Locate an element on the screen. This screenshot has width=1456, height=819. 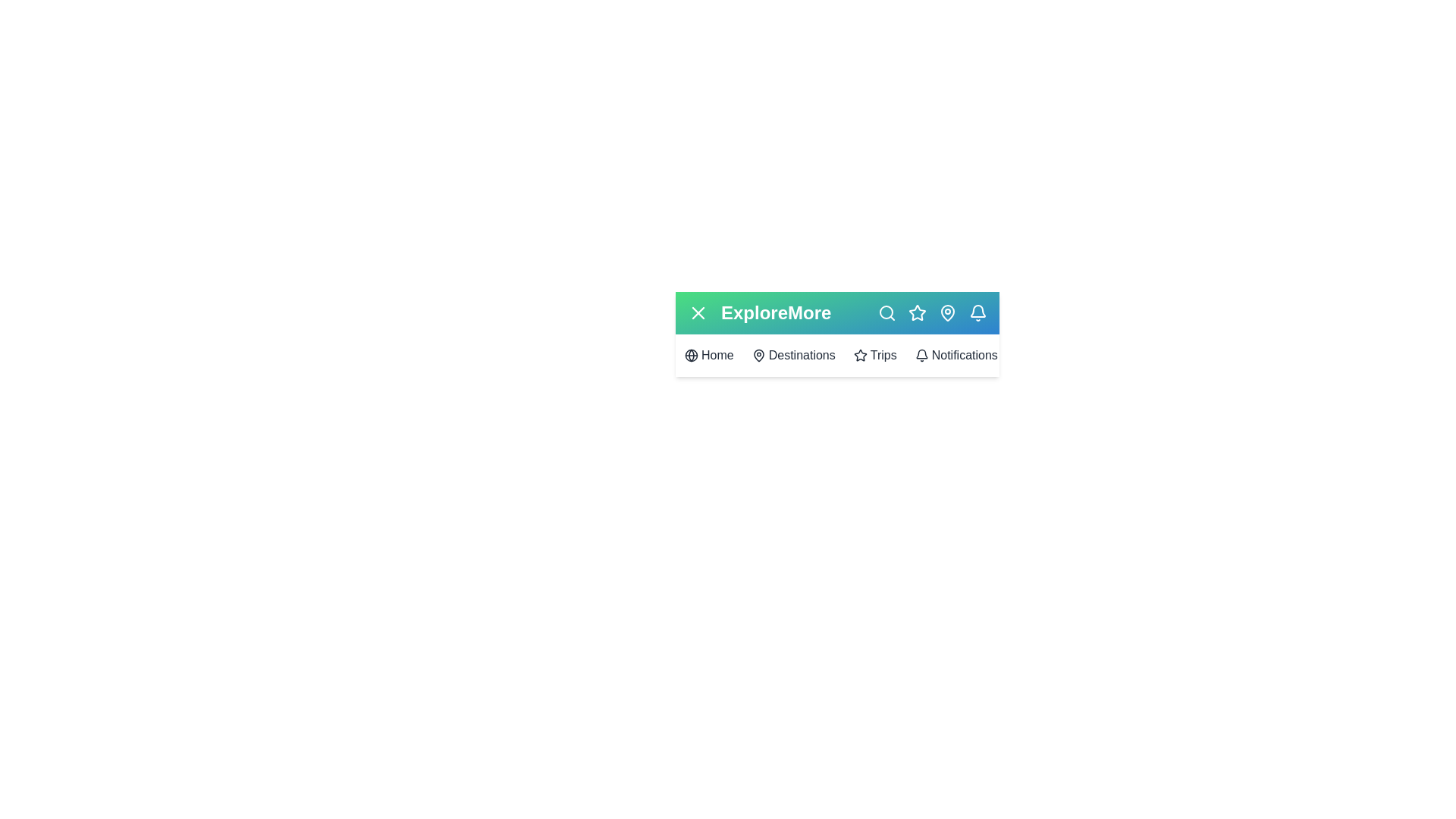
the 'Trips' menu item to navigate to the 'Trips' section is located at coordinates (874, 356).